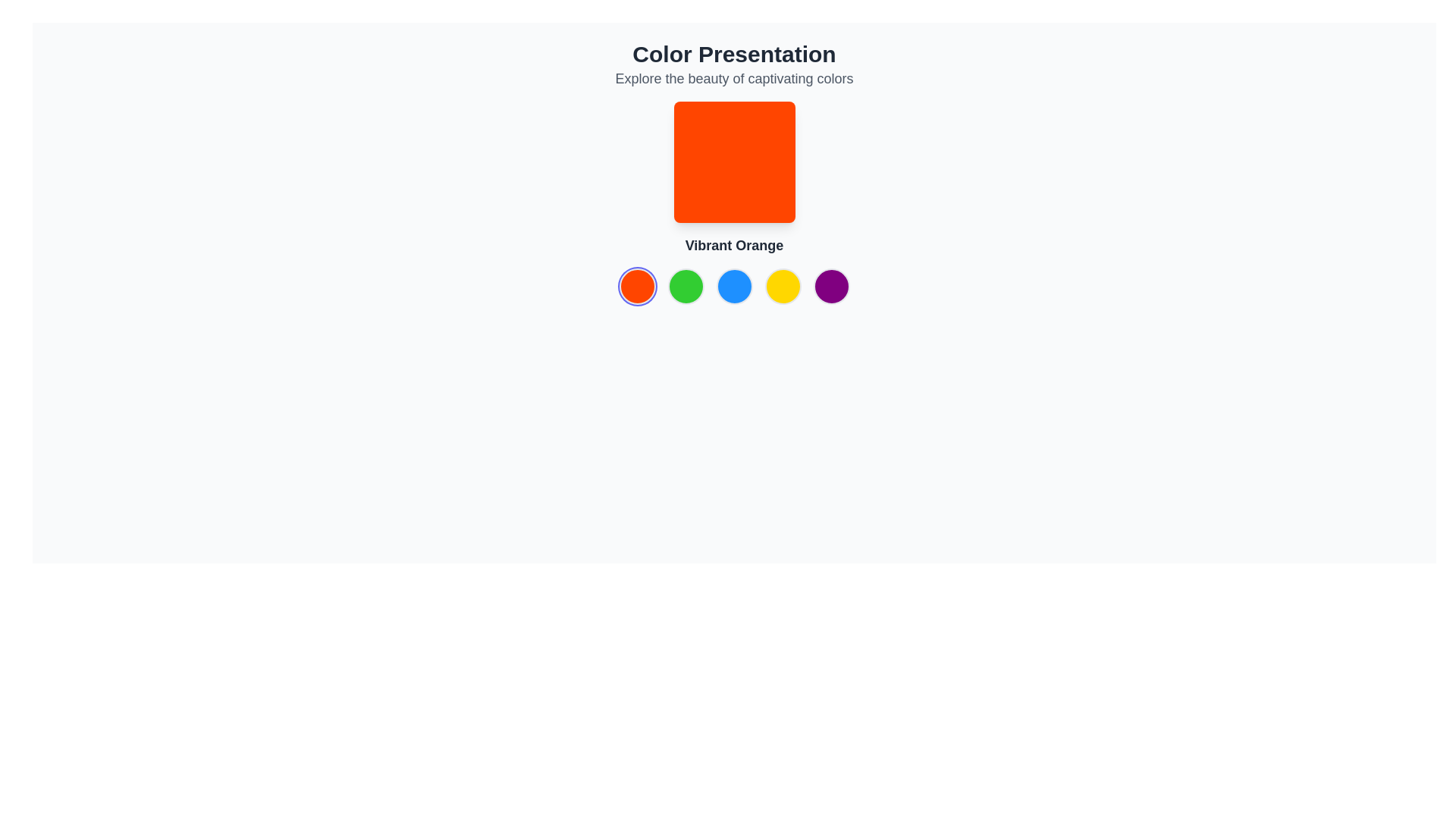  Describe the element at coordinates (830, 287) in the screenshot. I see `the circular button` at that location.